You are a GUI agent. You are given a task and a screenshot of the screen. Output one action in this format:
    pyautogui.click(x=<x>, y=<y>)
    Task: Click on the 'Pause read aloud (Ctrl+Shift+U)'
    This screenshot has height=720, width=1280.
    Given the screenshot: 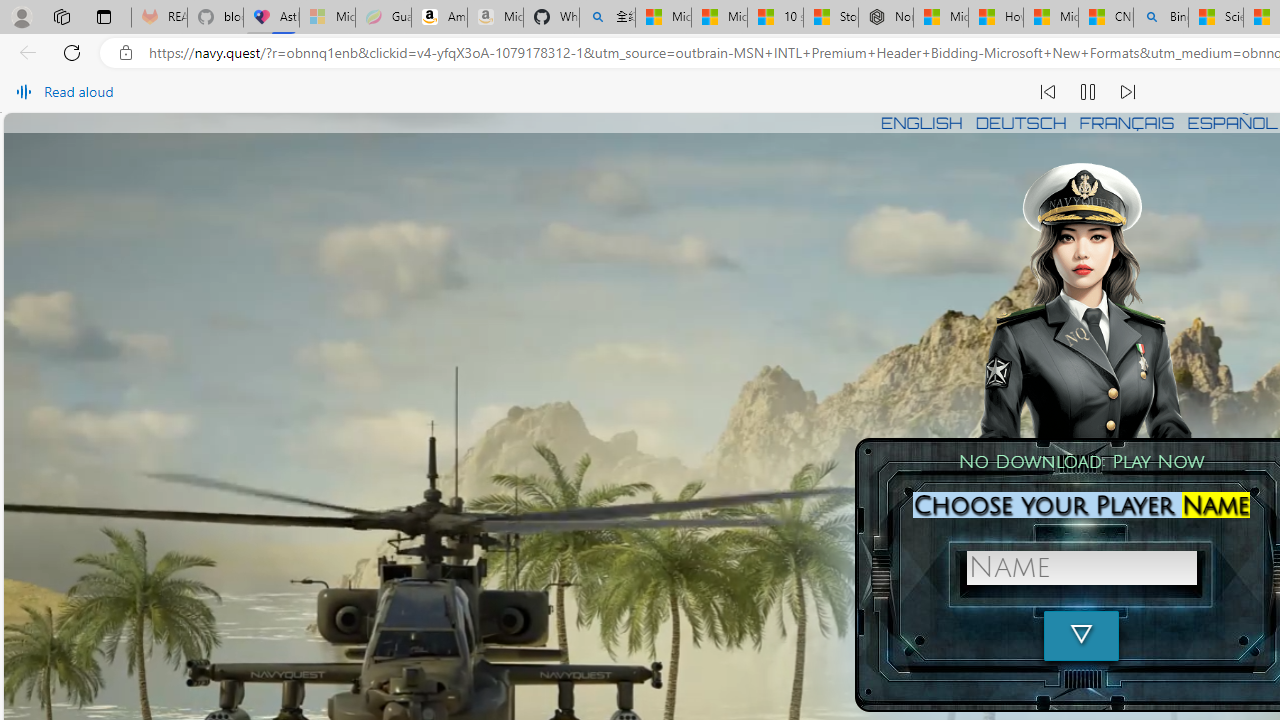 What is the action you would take?
    pyautogui.click(x=1087, y=92)
    